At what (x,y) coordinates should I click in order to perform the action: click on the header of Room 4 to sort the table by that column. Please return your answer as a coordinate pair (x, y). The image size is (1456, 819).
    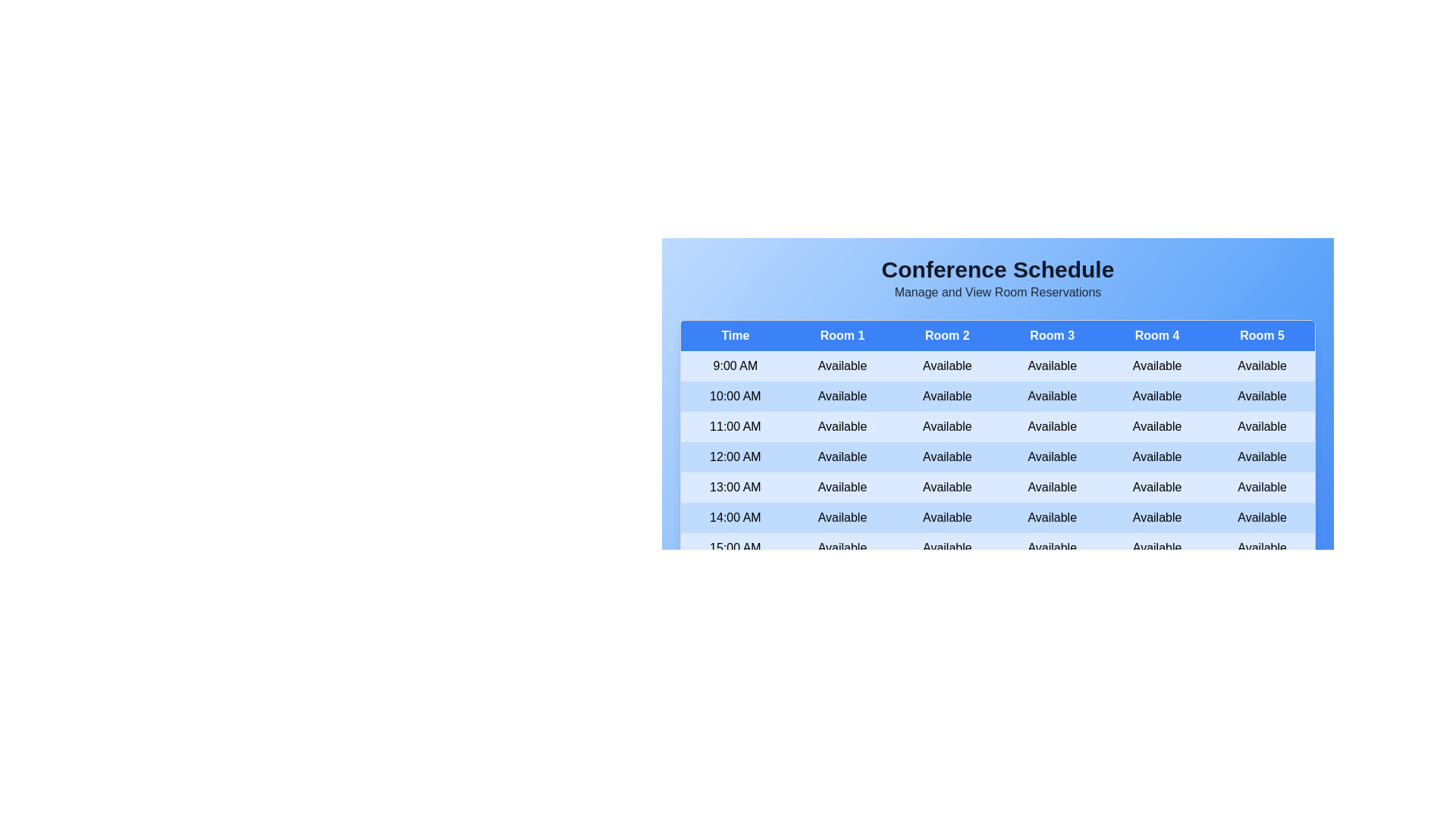
    Looking at the image, I should click on (1156, 334).